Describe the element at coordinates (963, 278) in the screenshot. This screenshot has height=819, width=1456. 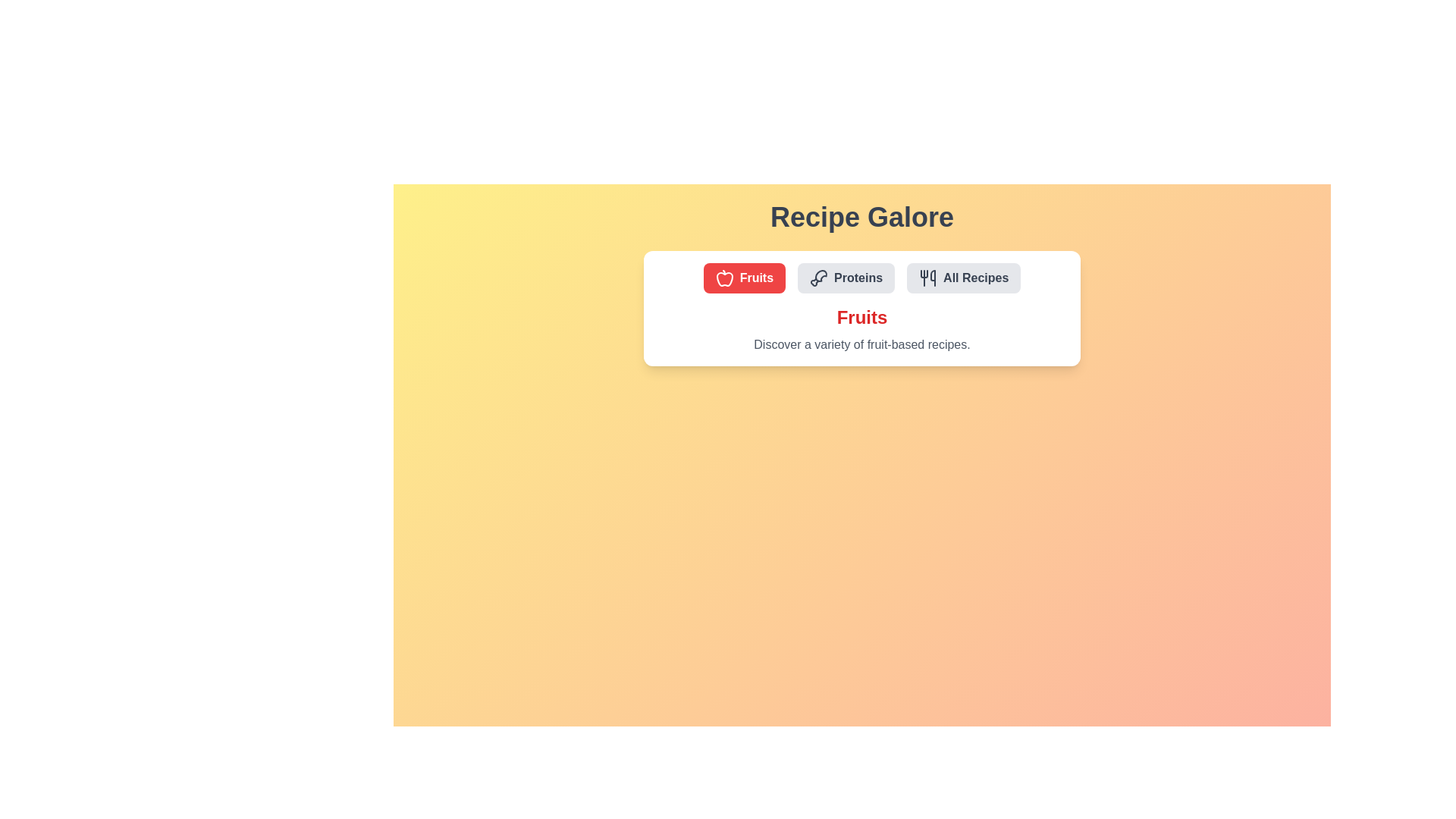
I see `the button labeled All Recipes to observe the hover effect` at that location.